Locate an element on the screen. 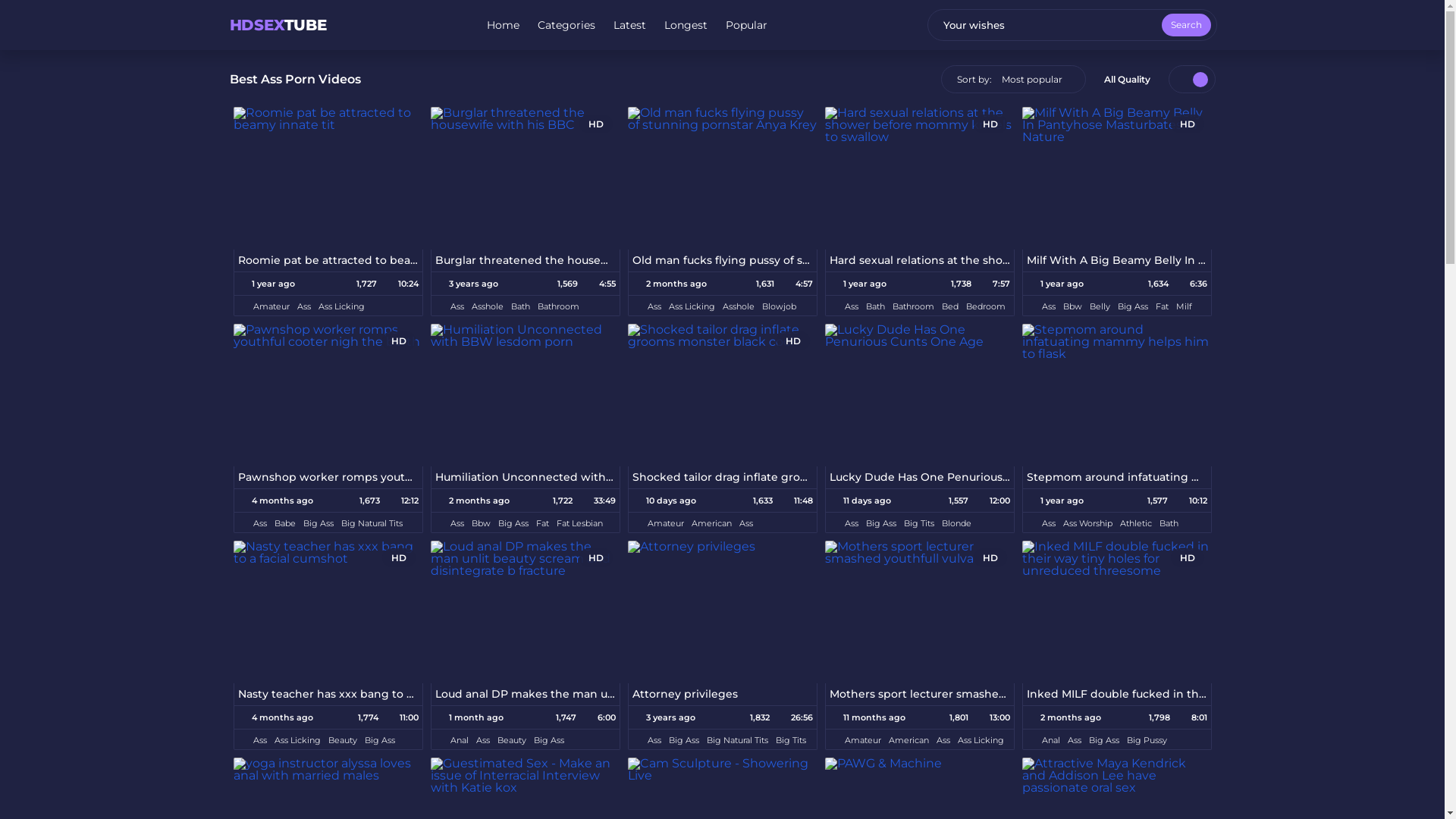 The image size is (1456, 819). 'Bed' is located at coordinates (949, 306).